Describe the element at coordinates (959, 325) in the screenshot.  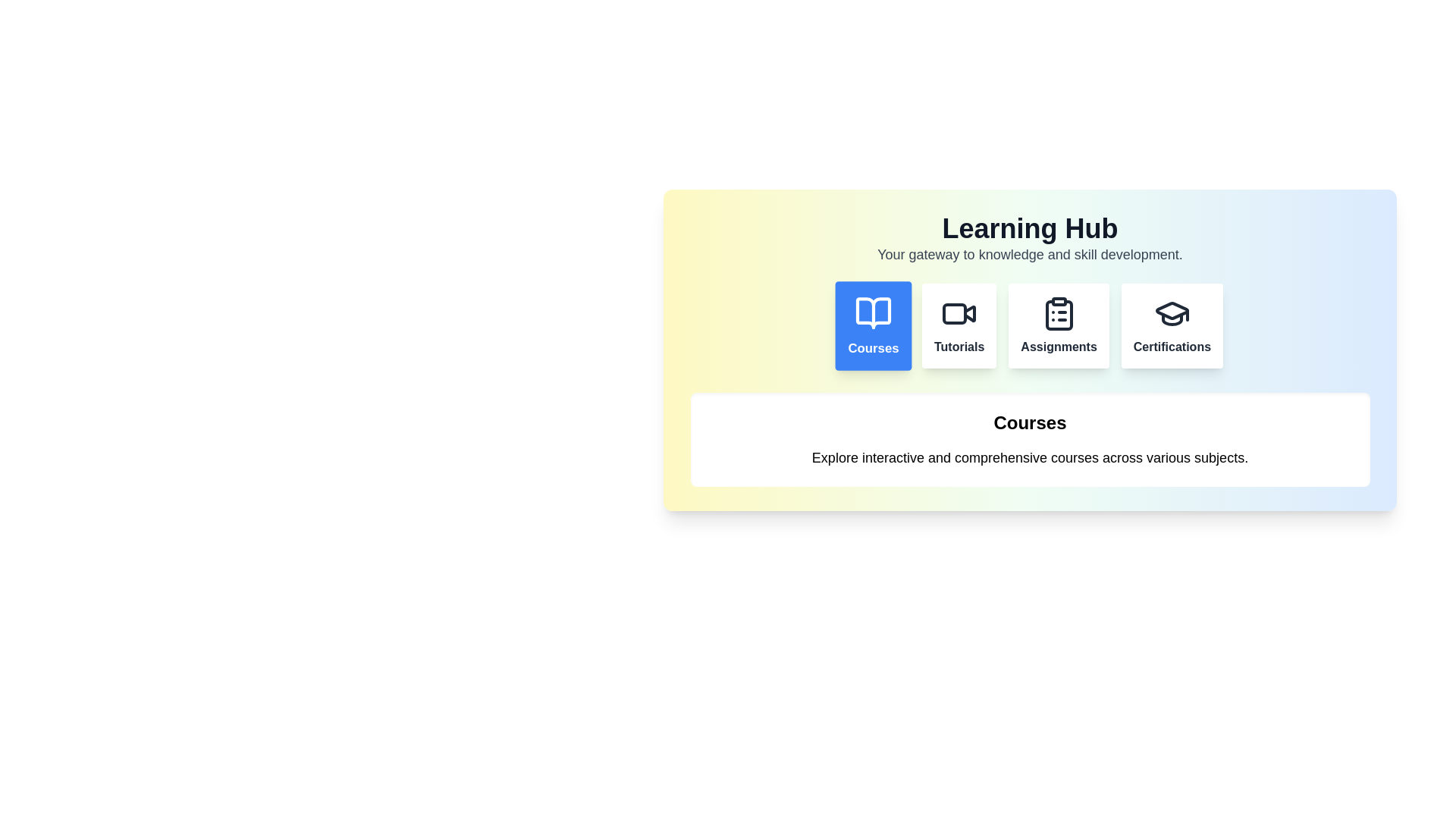
I see `the button labeled Tutorials to observe its hover effect` at that location.